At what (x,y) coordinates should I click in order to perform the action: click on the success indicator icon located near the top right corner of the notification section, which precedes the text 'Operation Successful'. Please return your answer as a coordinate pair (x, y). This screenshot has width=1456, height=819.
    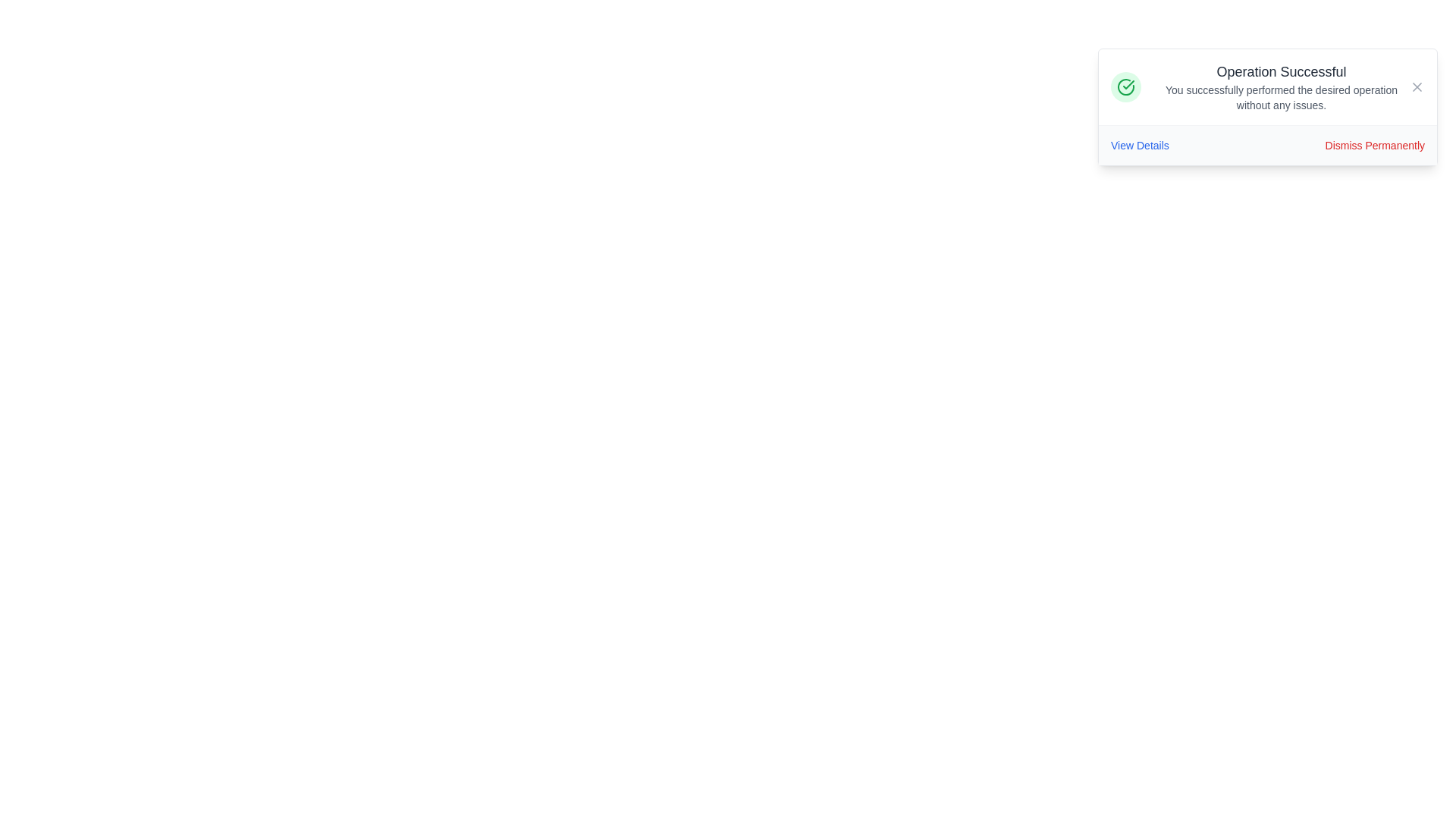
    Looking at the image, I should click on (1125, 87).